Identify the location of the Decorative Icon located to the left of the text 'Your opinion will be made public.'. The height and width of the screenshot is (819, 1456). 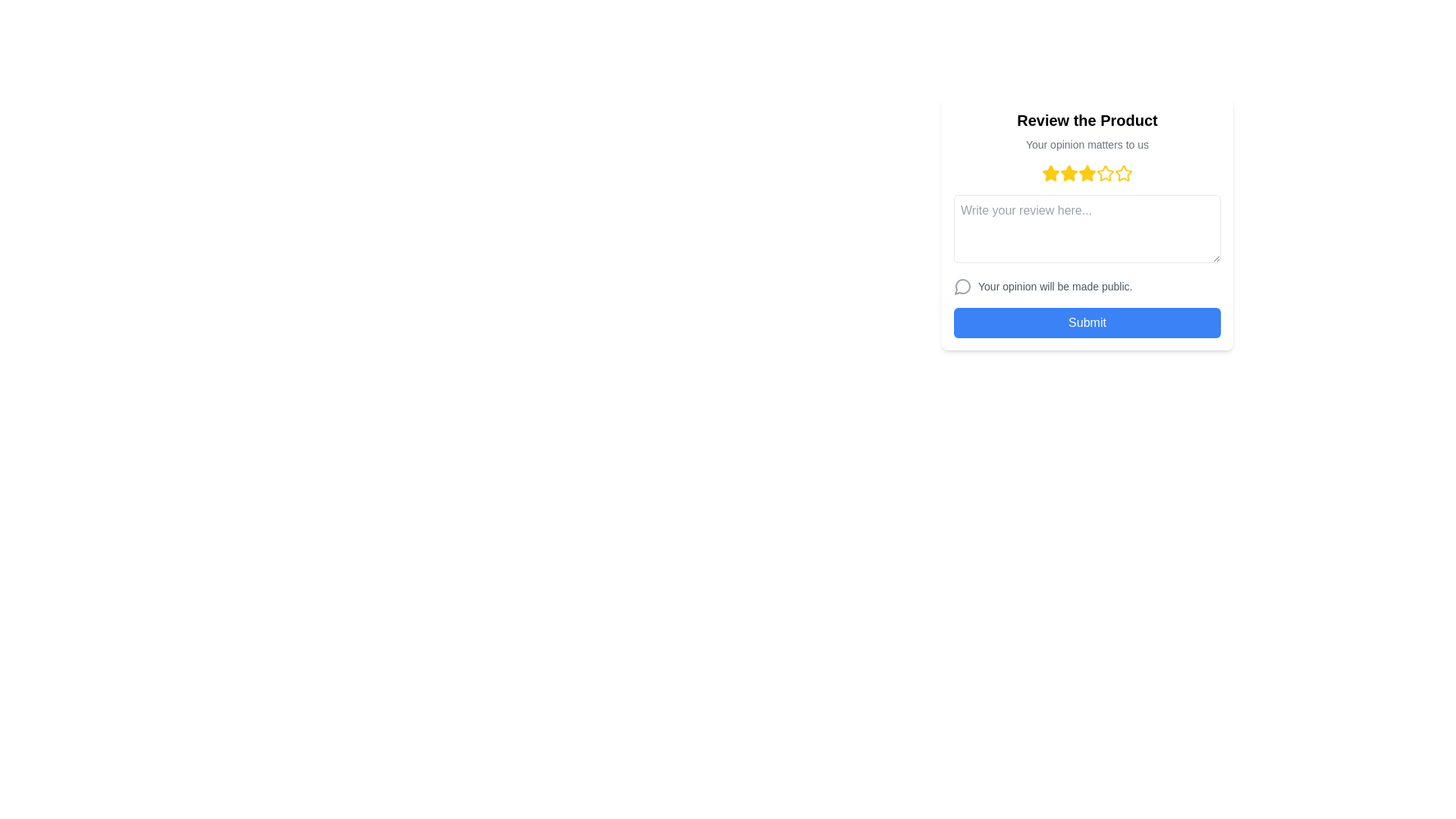
(962, 287).